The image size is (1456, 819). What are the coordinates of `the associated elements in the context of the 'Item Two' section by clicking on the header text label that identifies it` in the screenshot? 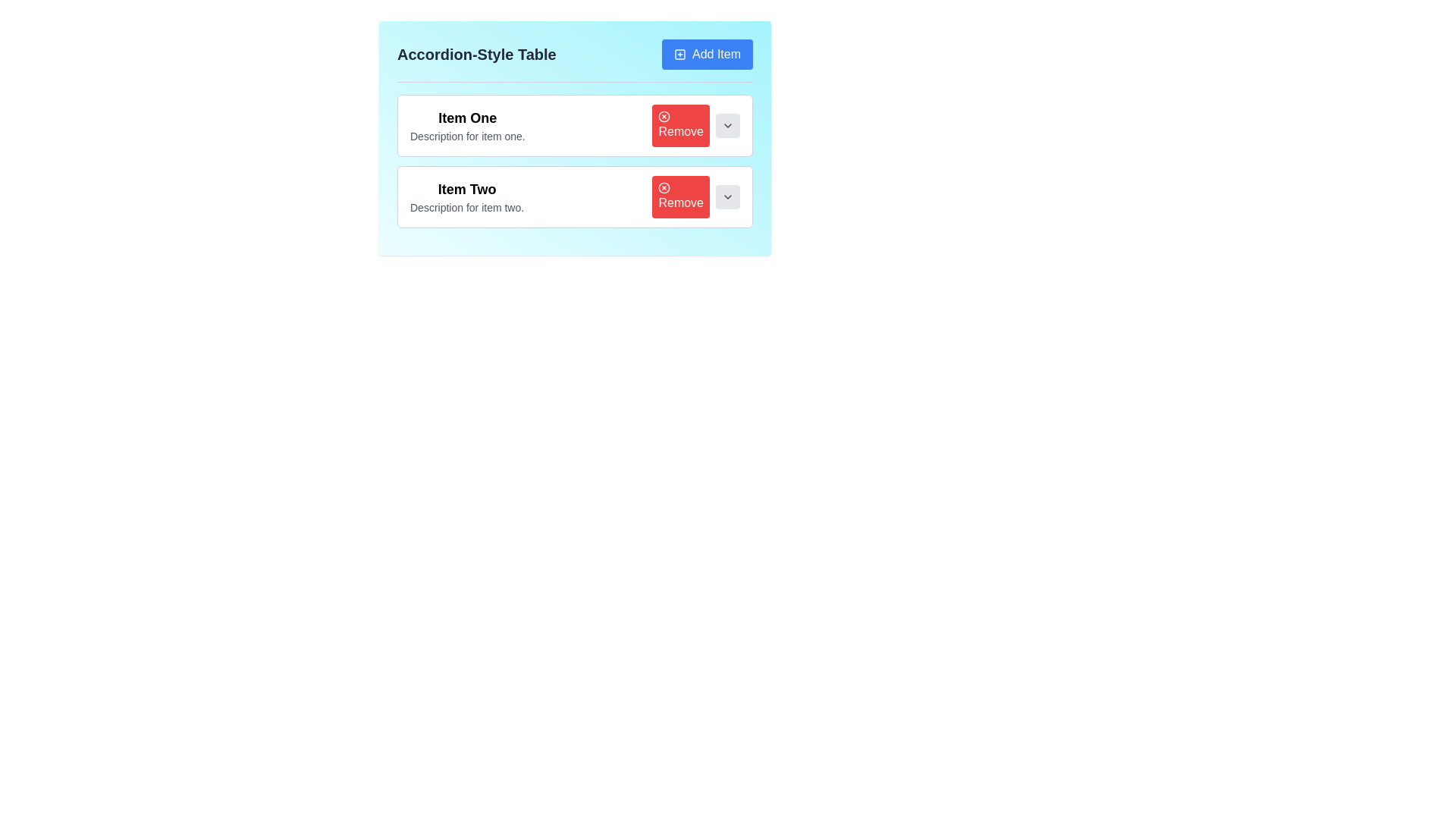 It's located at (466, 189).